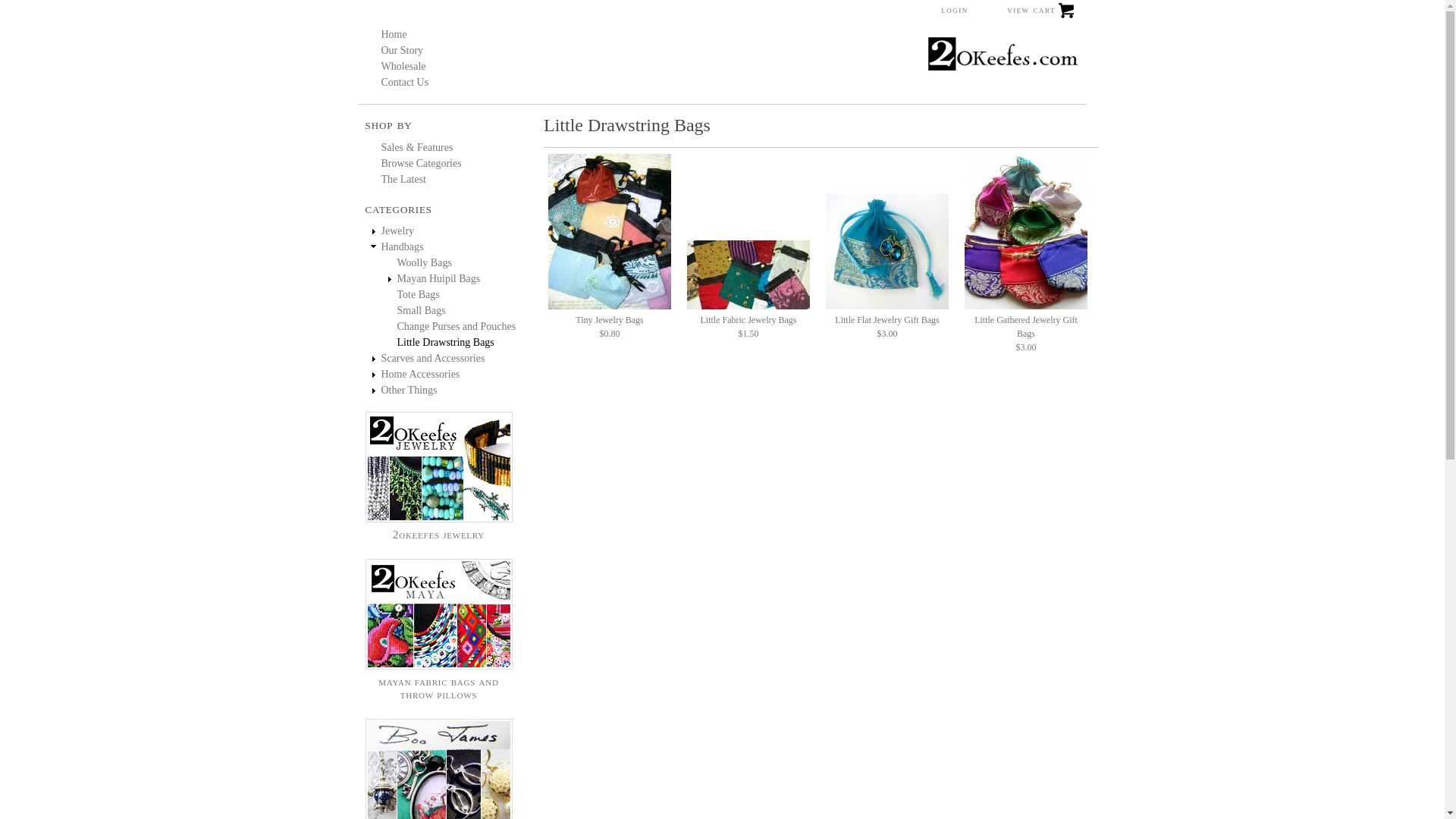 This screenshot has height=819, width=1456. What do you see at coordinates (953, 9) in the screenshot?
I see `'login'` at bounding box center [953, 9].